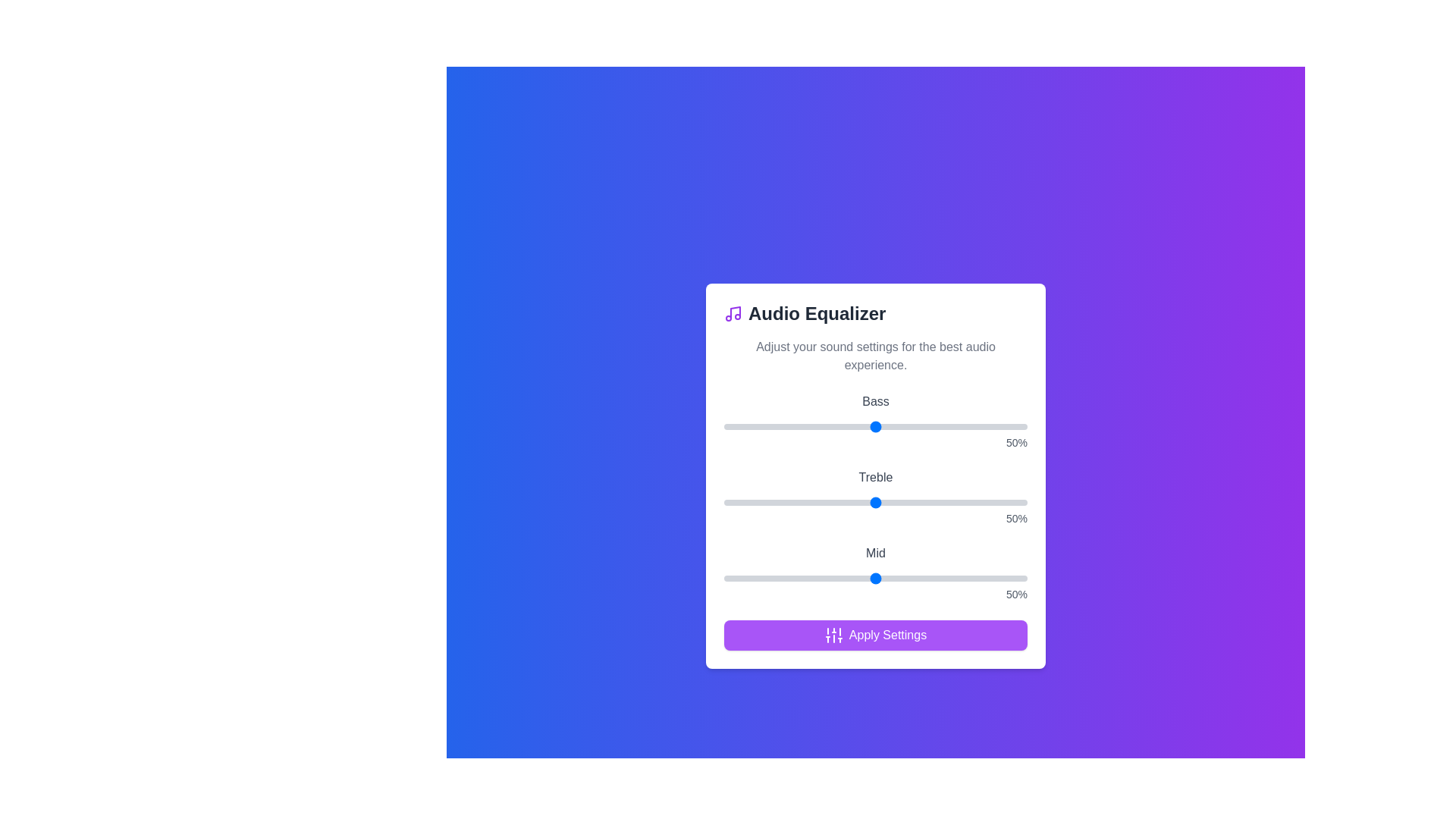 This screenshot has height=819, width=1456. I want to click on the treble slider to 63%, so click(914, 503).